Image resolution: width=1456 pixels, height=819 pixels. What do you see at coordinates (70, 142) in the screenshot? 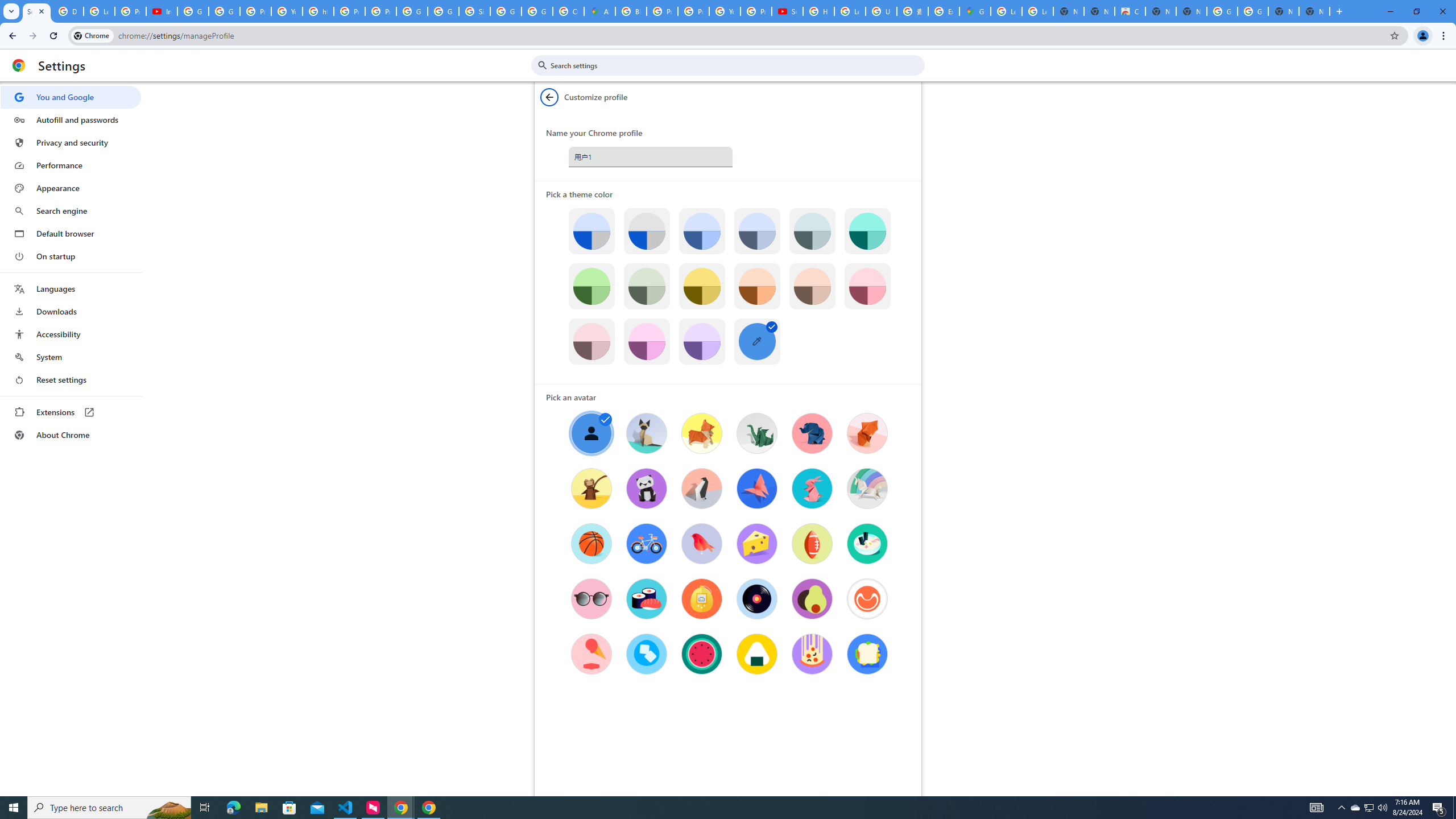
I see `'Privacy and security'` at bounding box center [70, 142].